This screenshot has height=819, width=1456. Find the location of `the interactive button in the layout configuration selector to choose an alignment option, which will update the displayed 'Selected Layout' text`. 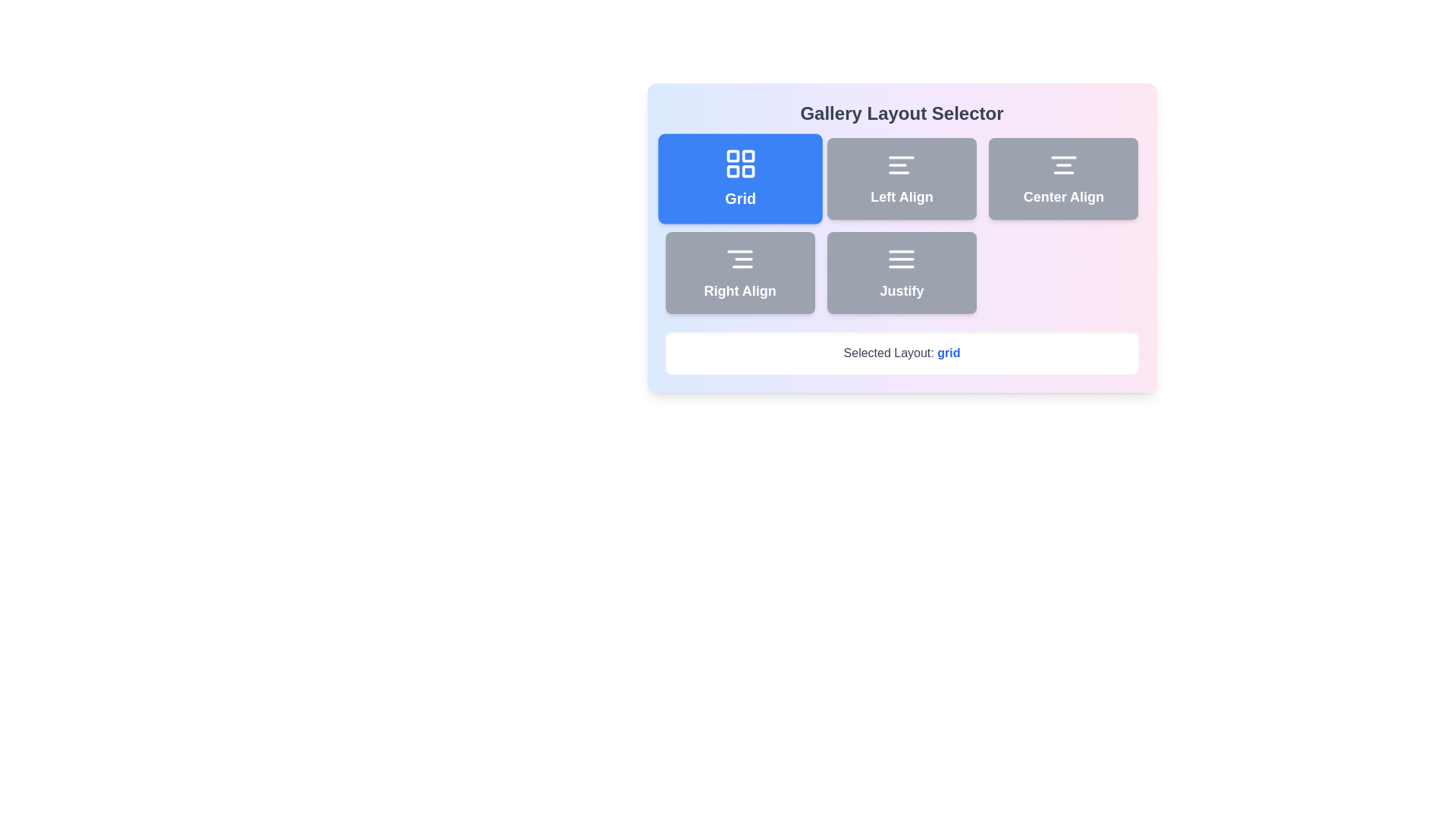

the interactive button in the layout configuration selector to choose an alignment option, which will update the displayed 'Selected Layout' text is located at coordinates (902, 237).